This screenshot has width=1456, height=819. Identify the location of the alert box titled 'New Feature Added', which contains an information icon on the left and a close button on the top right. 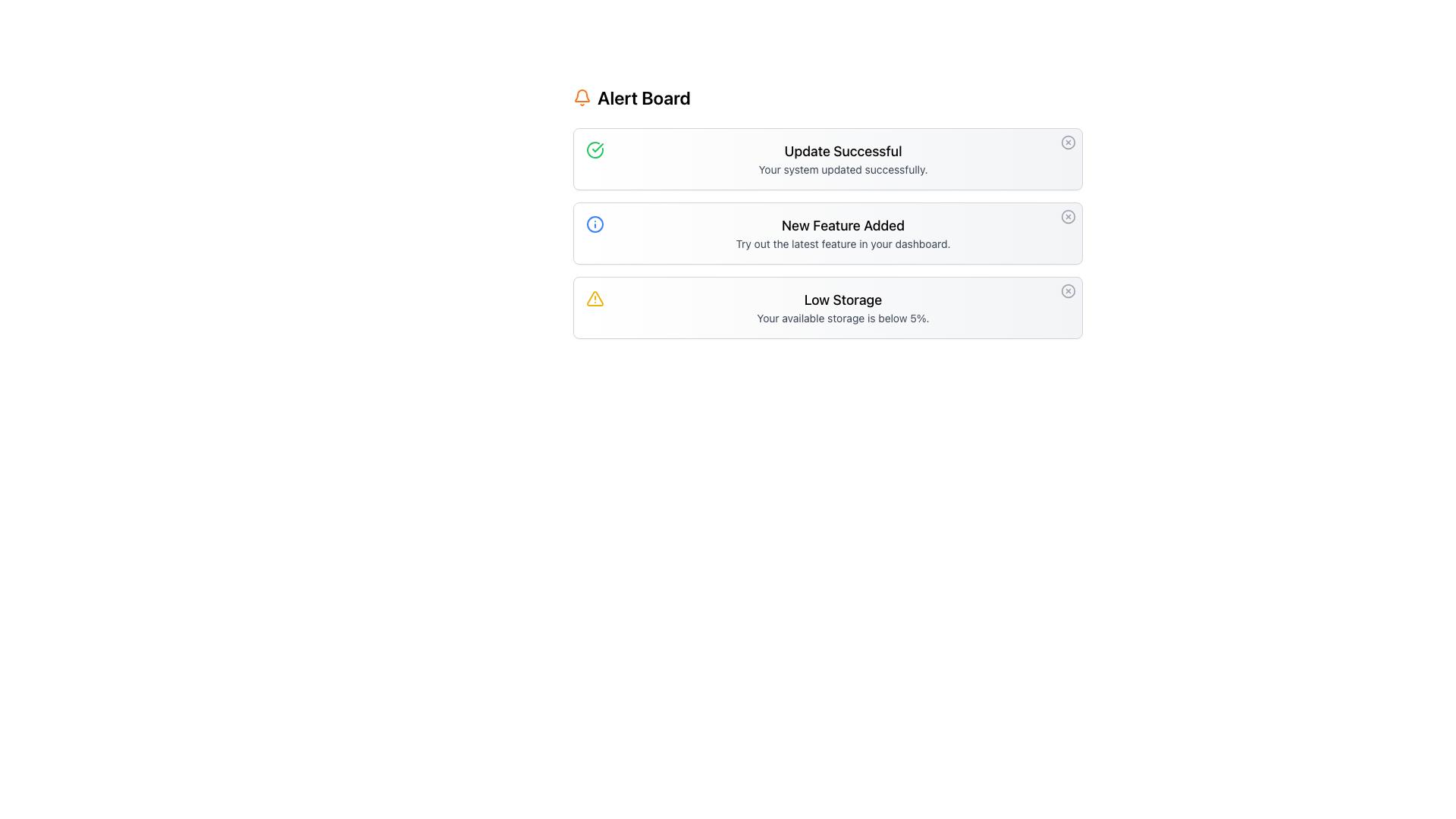
(827, 234).